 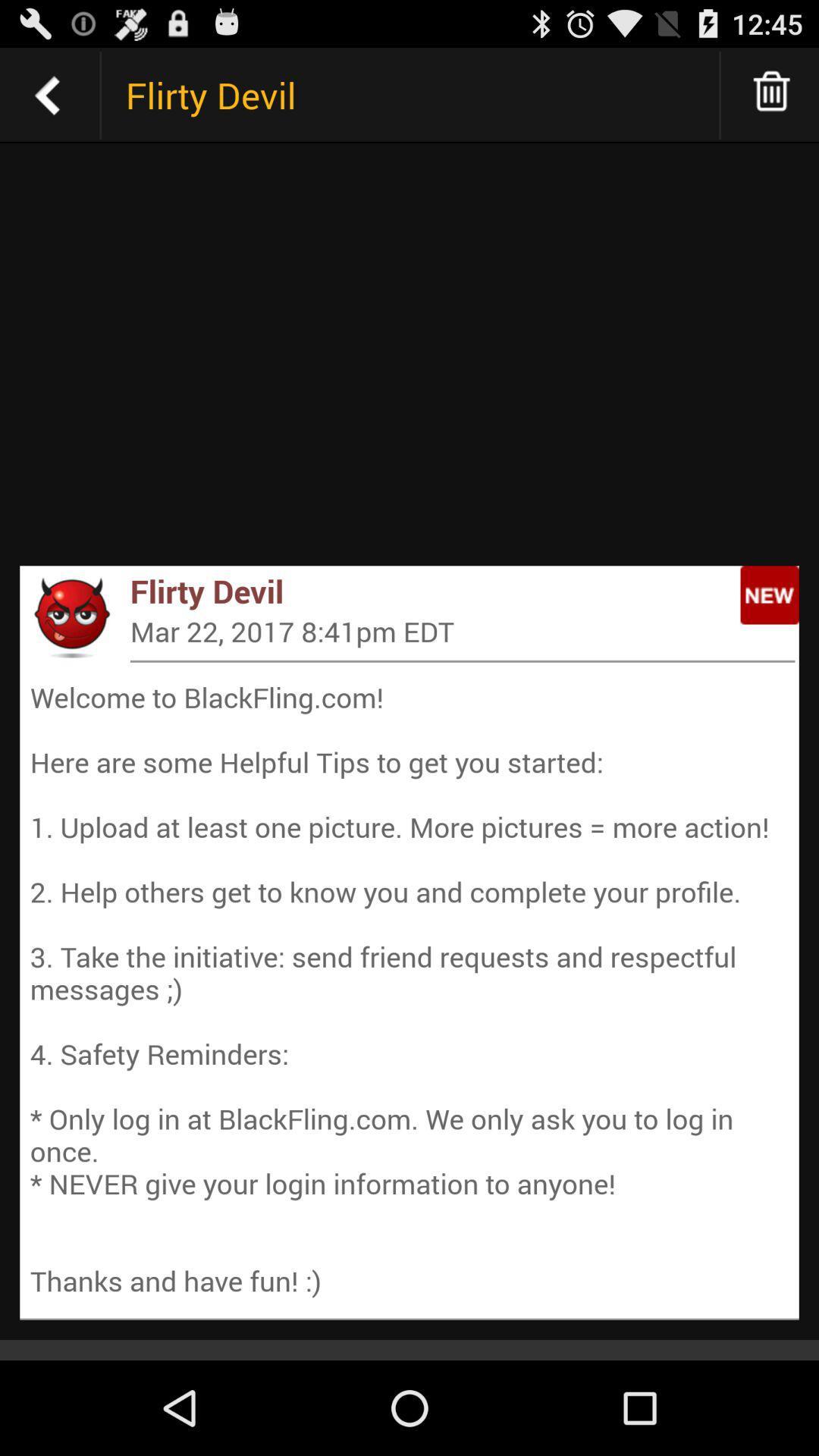 I want to click on the welcome to blackfling app, so click(x=409, y=989).